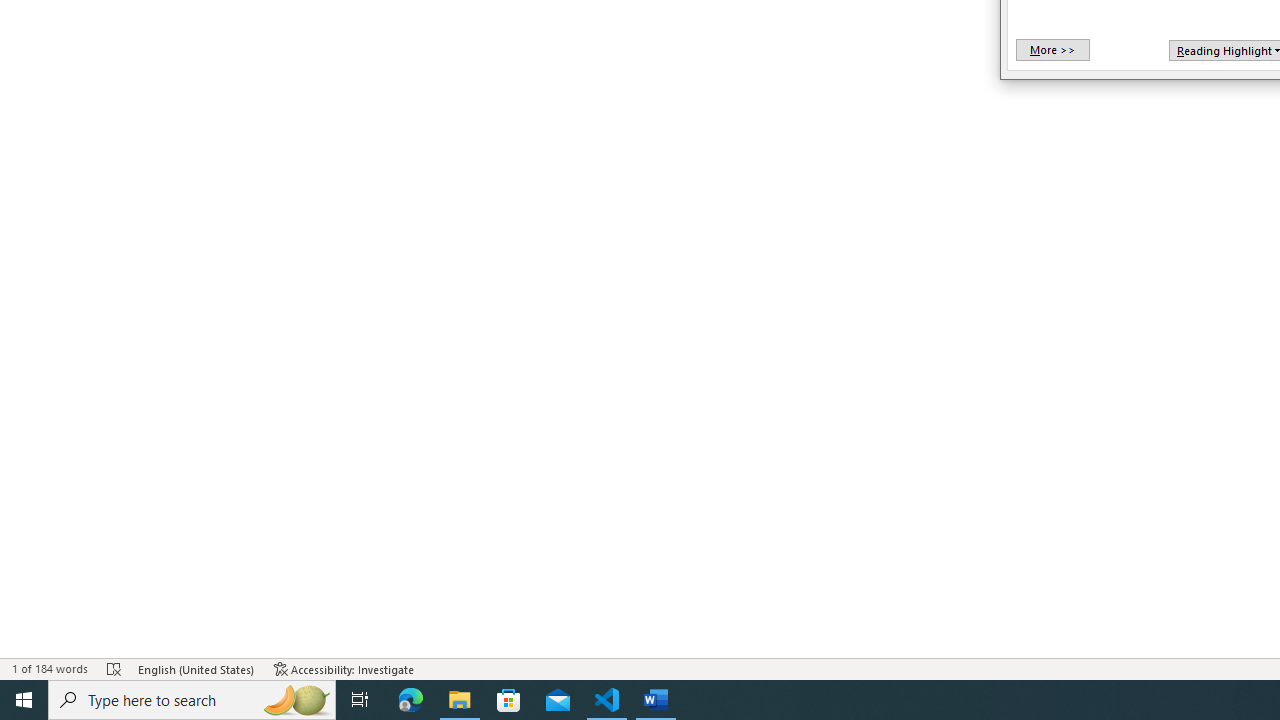 The width and height of the screenshot is (1280, 720). What do you see at coordinates (113, 669) in the screenshot?
I see `'Spelling and Grammar Check Errors'` at bounding box center [113, 669].